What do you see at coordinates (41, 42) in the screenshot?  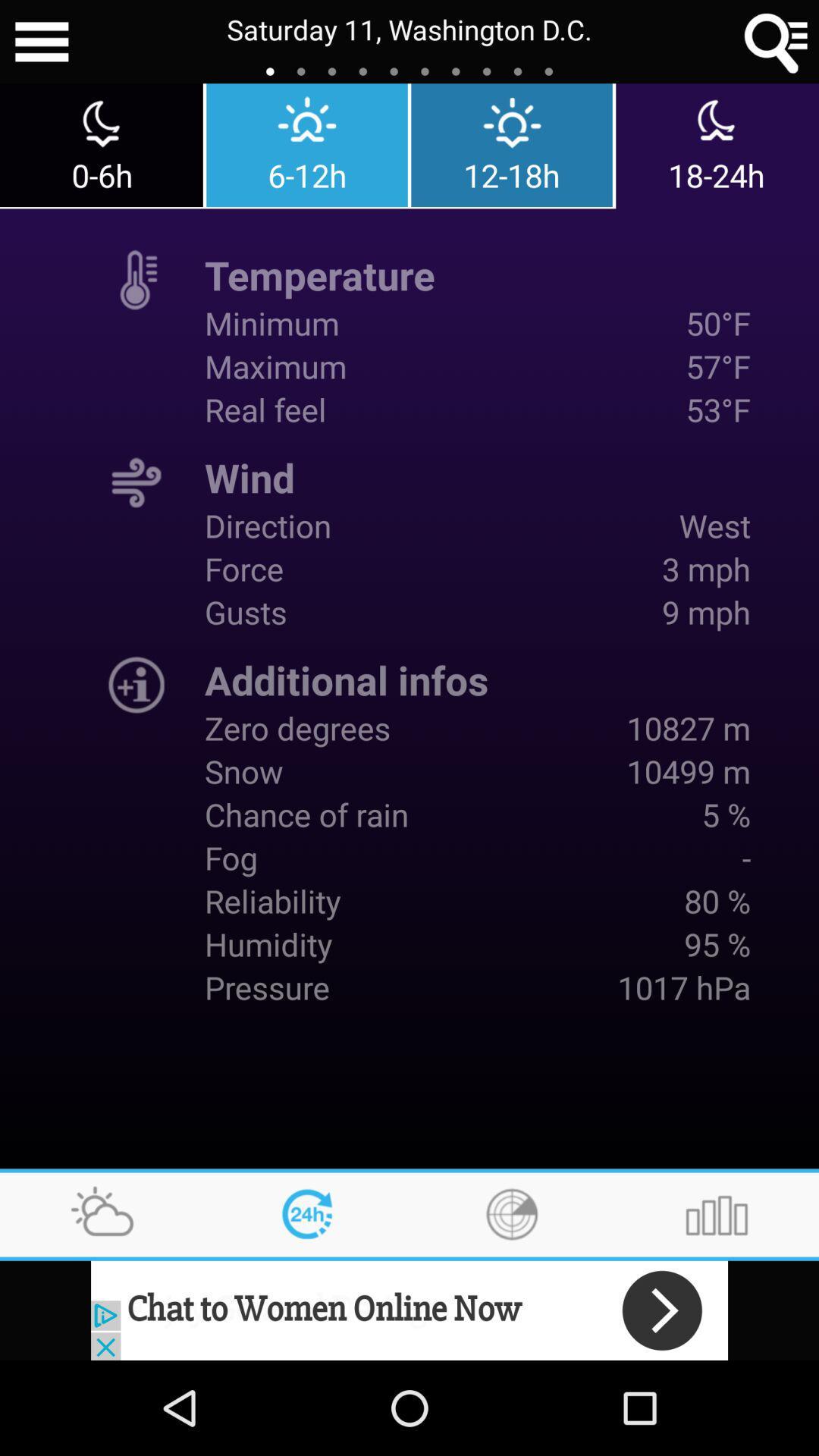 I see `menu` at bounding box center [41, 42].